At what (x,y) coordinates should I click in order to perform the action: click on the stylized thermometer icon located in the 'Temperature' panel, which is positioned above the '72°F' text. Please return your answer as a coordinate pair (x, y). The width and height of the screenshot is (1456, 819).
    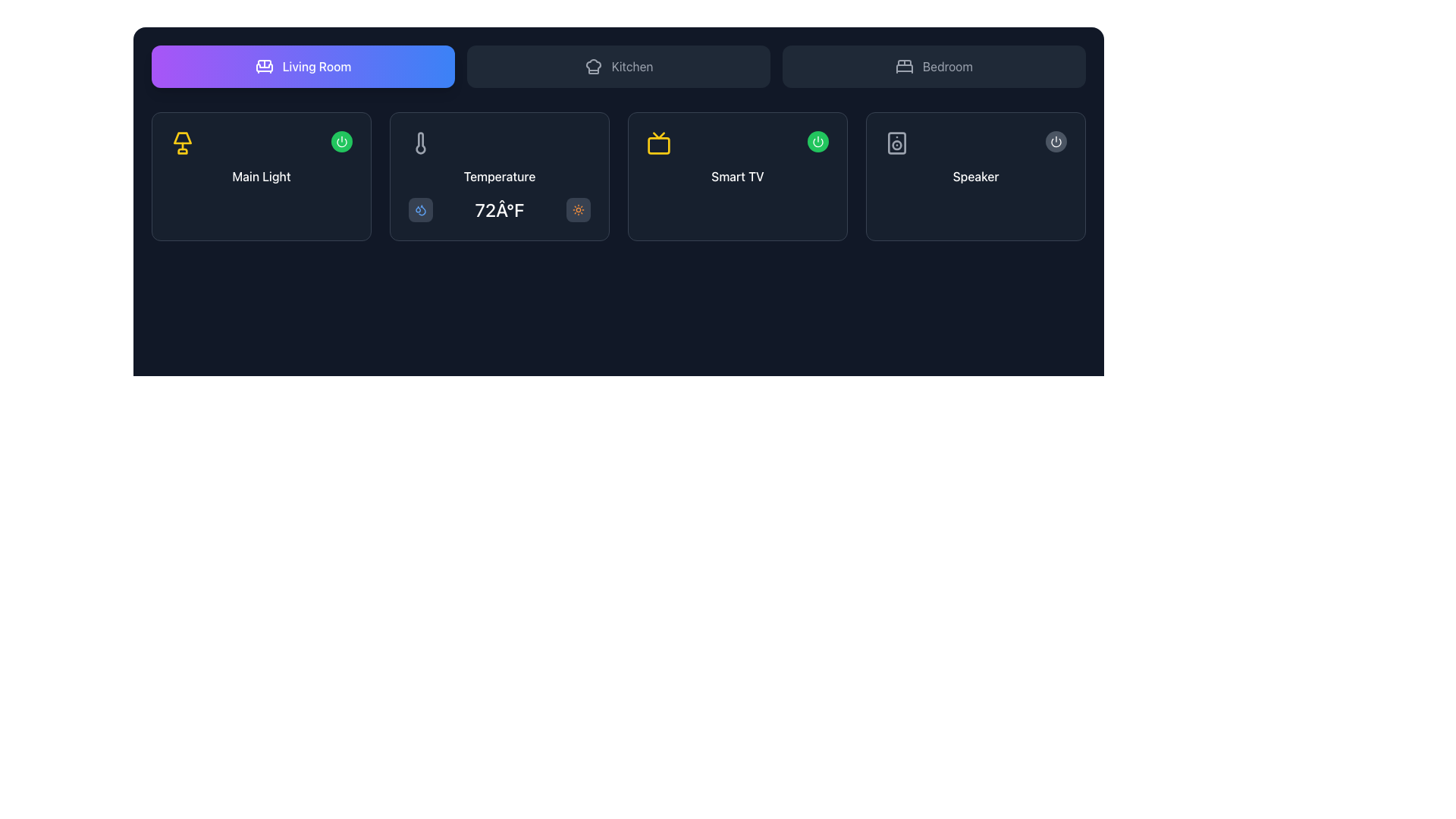
    Looking at the image, I should click on (421, 143).